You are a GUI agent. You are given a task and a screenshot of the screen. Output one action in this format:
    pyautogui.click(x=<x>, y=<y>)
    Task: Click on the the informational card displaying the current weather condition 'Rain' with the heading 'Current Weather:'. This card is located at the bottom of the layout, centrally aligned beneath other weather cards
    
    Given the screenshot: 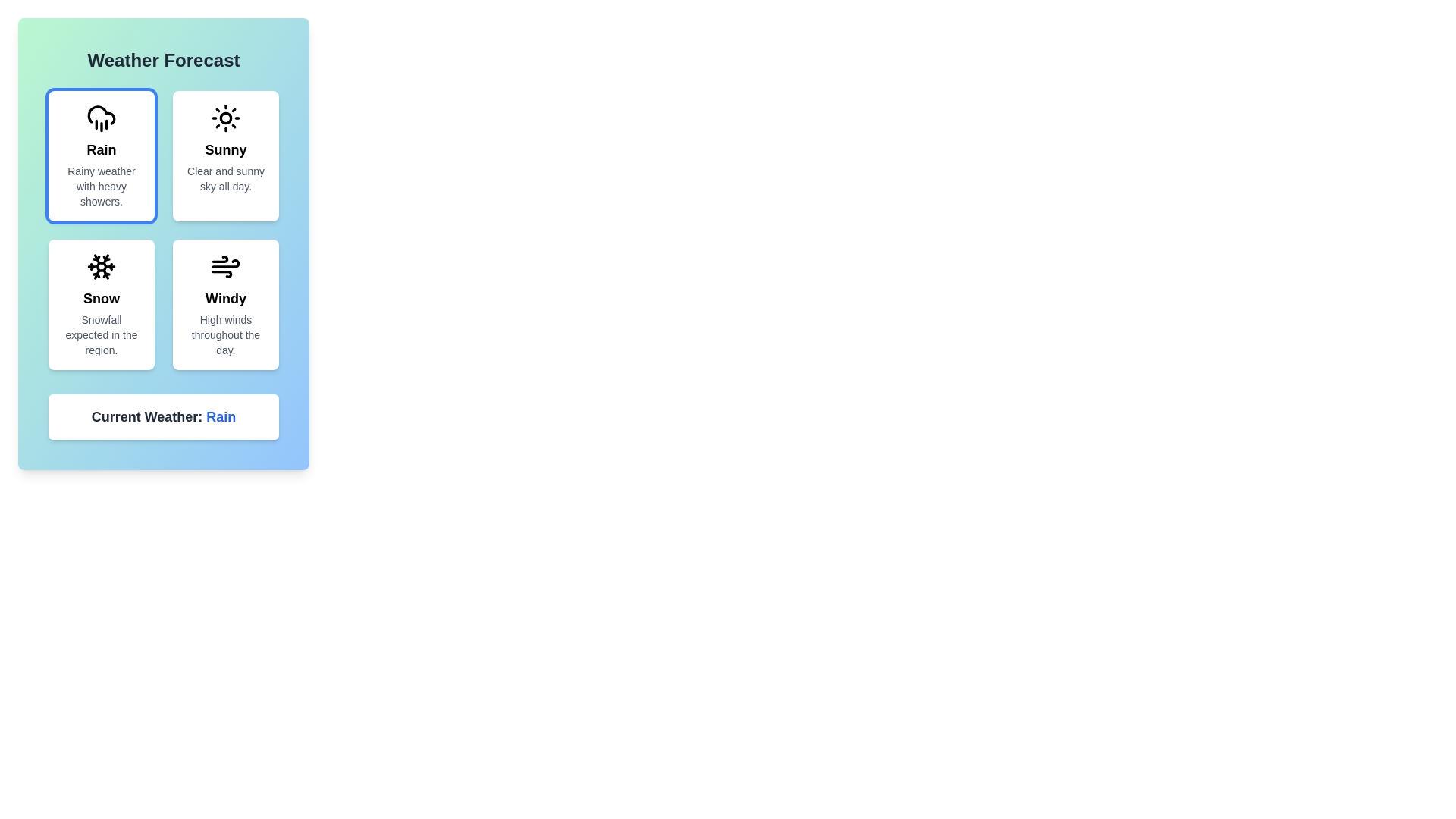 What is the action you would take?
    pyautogui.click(x=164, y=417)
    